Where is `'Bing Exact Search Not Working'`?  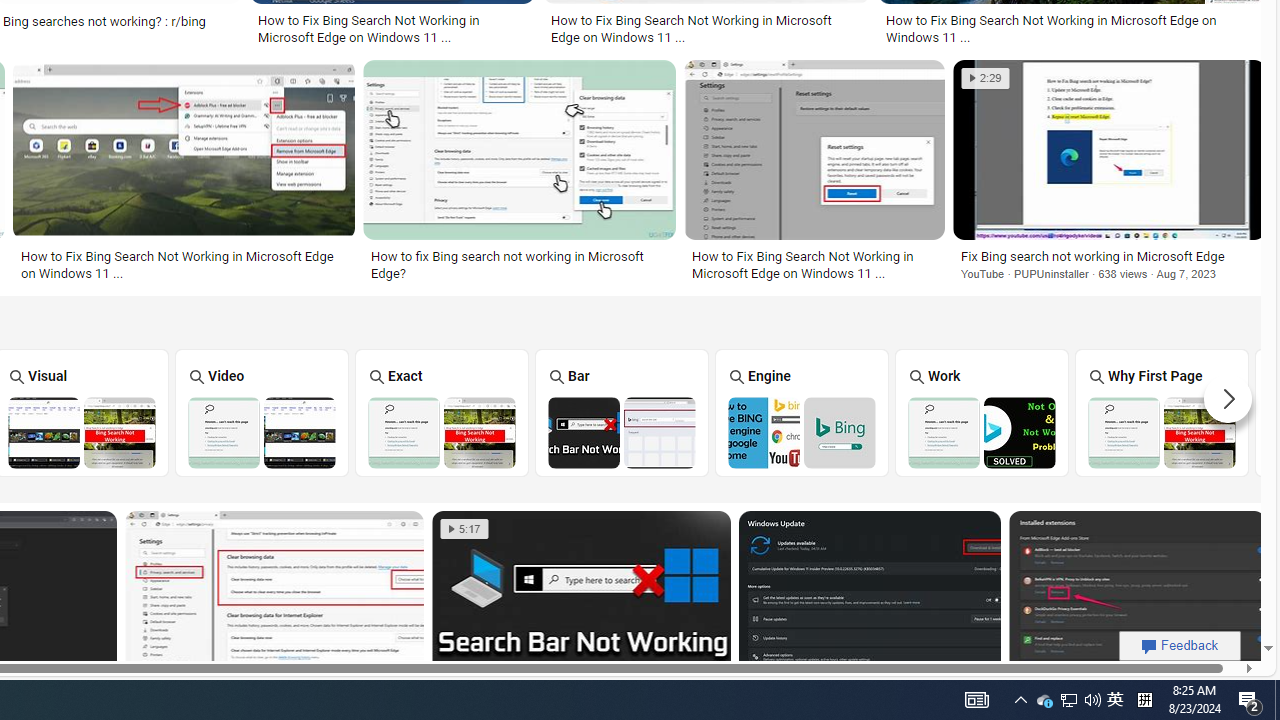
'Bing Exact Search Not Working' is located at coordinates (440, 431).